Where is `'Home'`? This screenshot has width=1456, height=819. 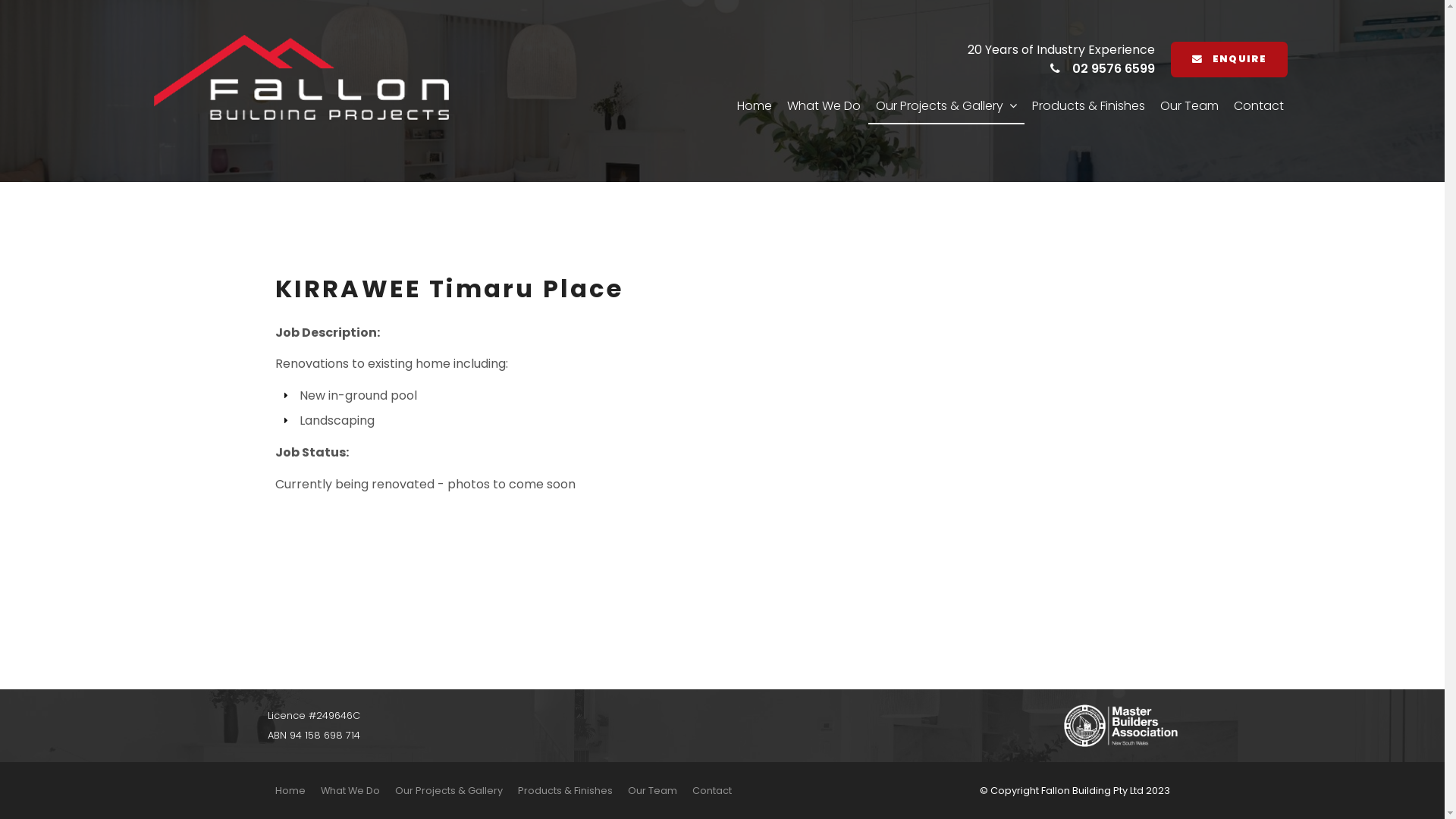 'Home' is located at coordinates (290, 789).